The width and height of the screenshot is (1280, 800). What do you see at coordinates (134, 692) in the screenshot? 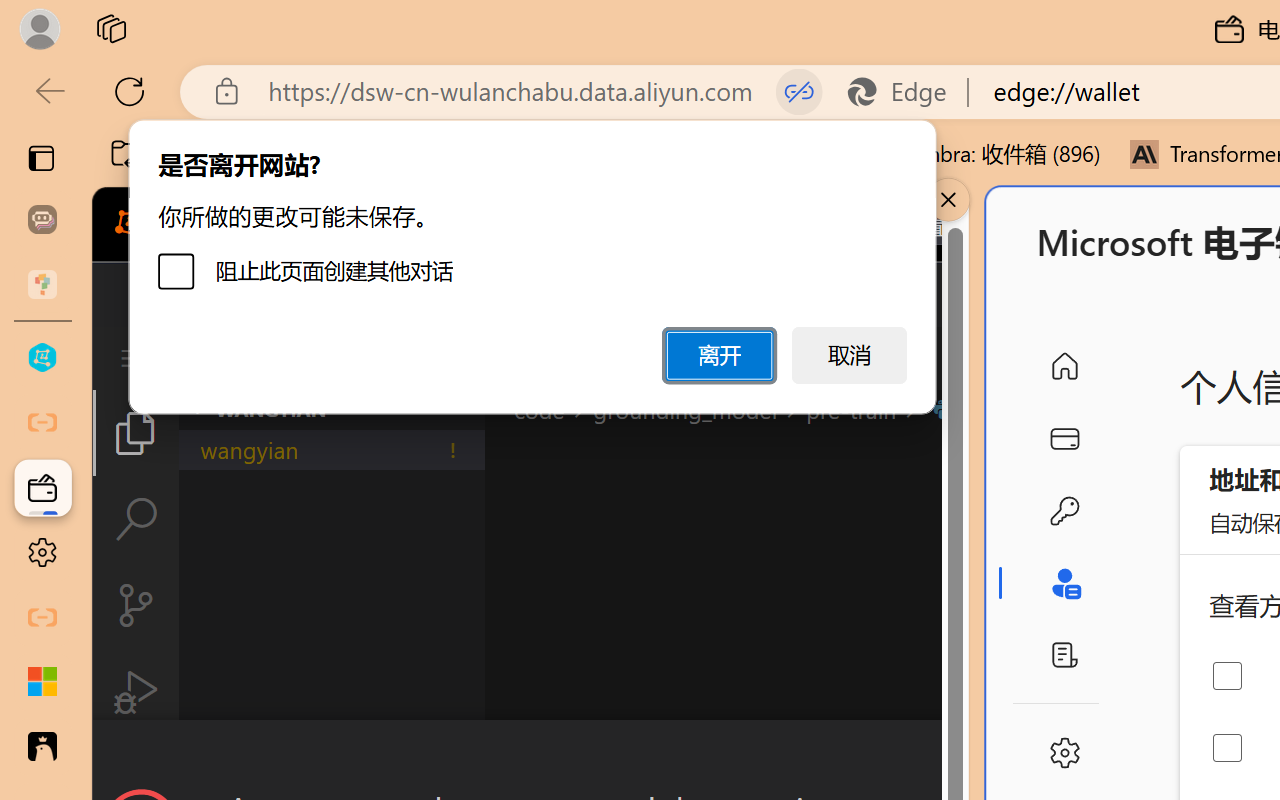
I see `'Run and Debug (Ctrl+Shift+D)'` at bounding box center [134, 692].